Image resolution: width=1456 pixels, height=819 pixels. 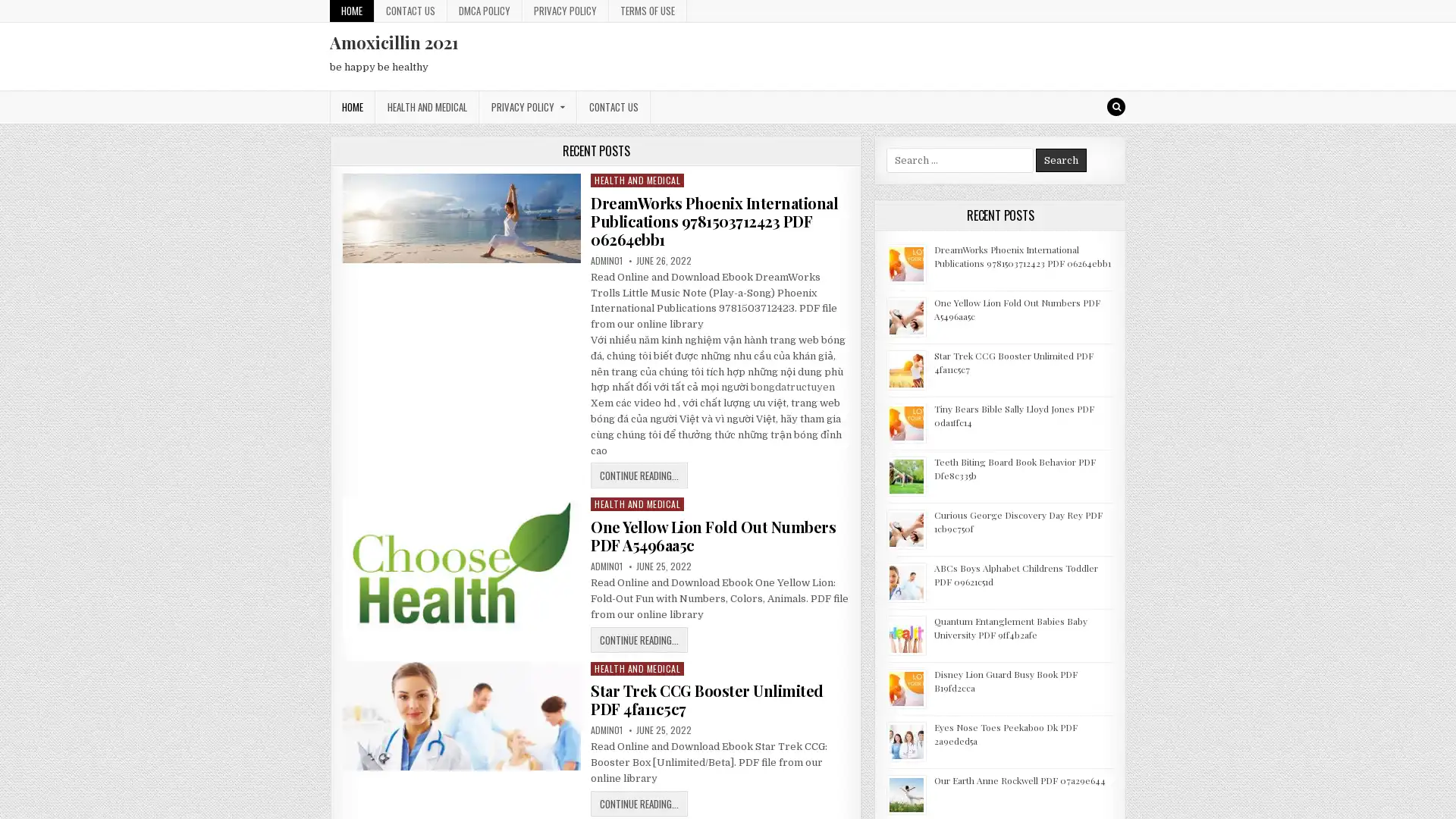 I want to click on Search, so click(x=1060, y=160).